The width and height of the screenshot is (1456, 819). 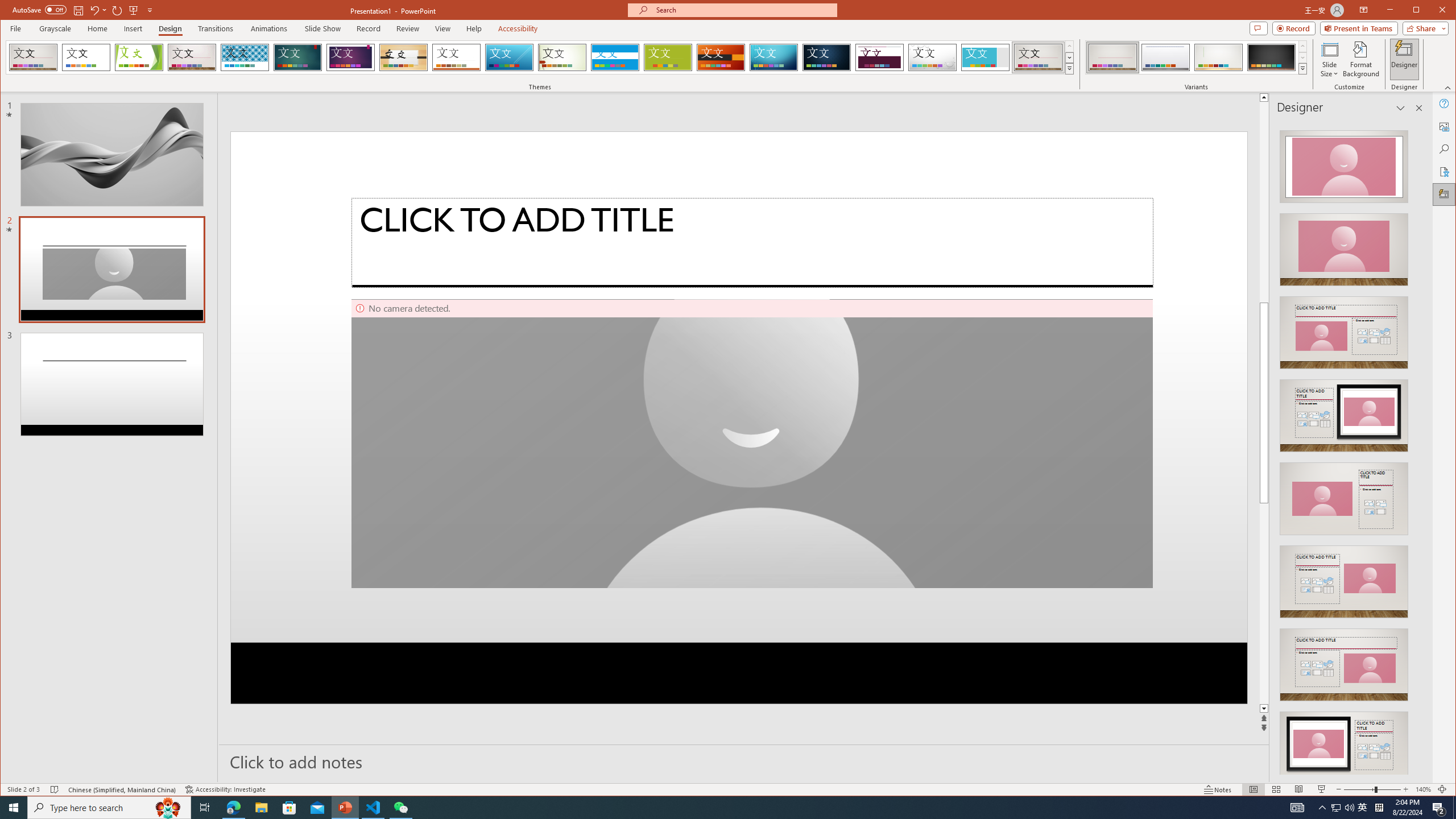 What do you see at coordinates (827, 57) in the screenshot?
I see `'Damask'` at bounding box center [827, 57].